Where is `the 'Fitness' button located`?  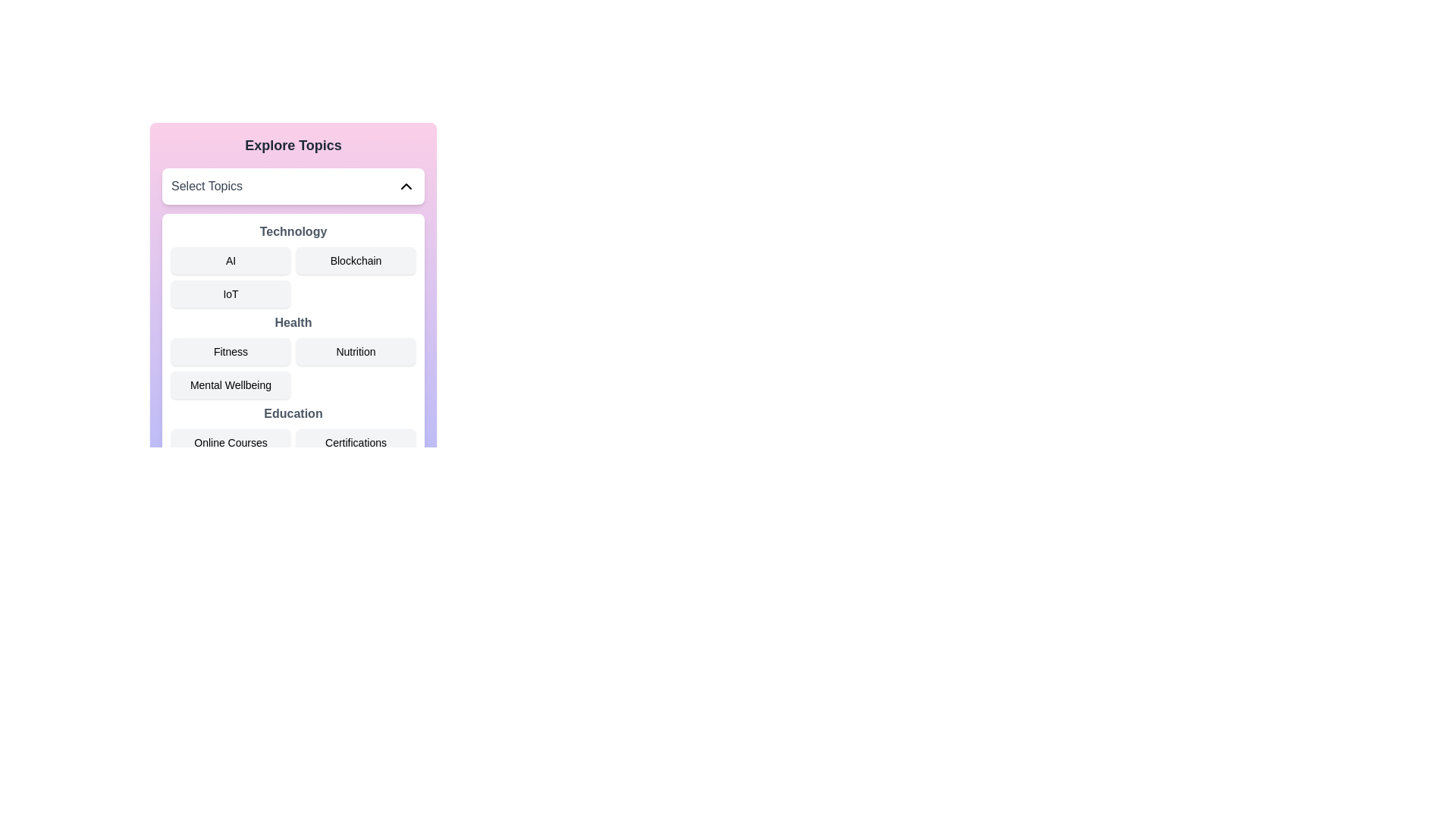
the 'Fitness' button located is located at coordinates (230, 351).